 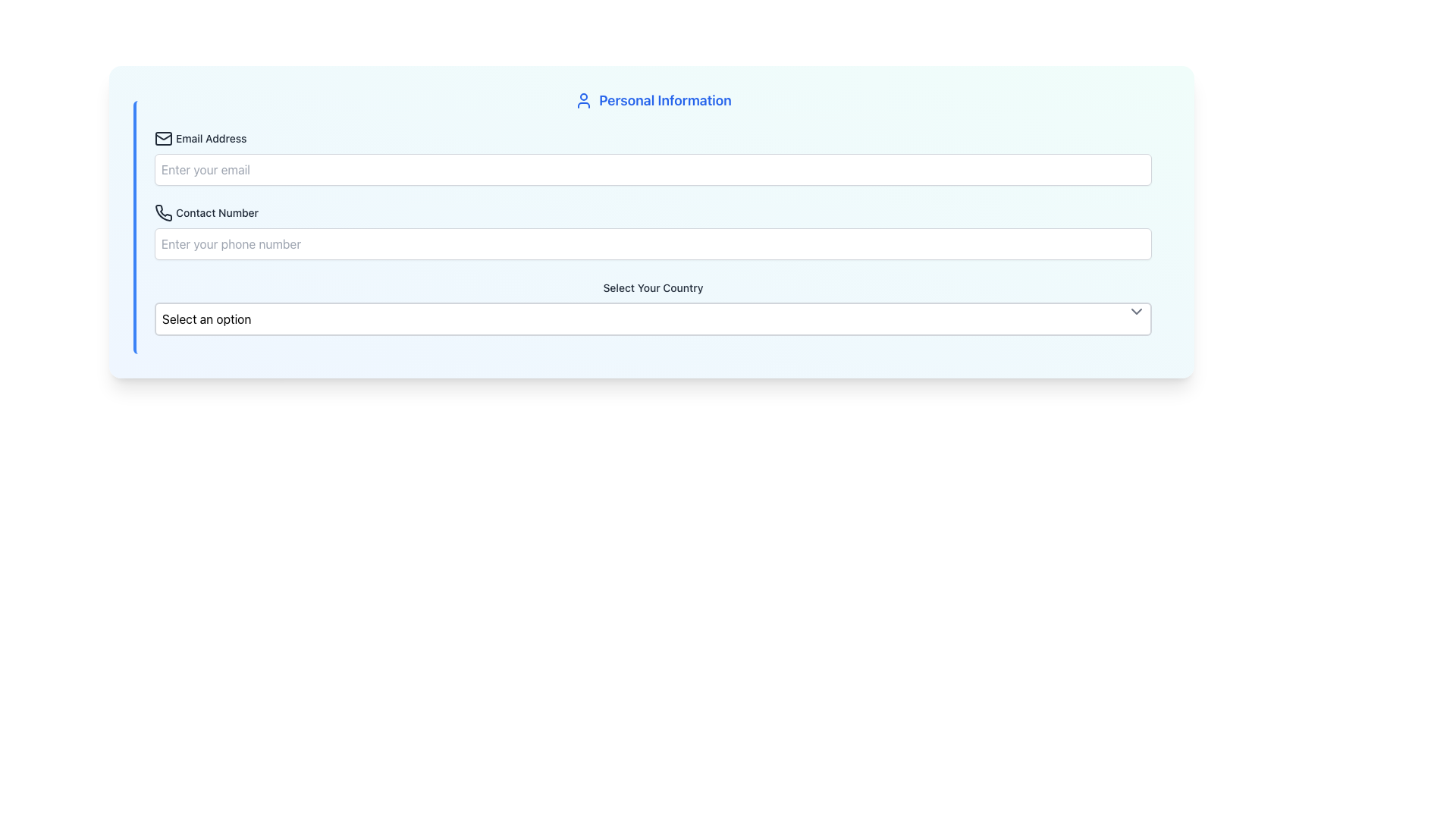 I want to click on the visual indicator icon for the 'Contact Number' input field, located to the left of the label and input field in the form, so click(x=164, y=212).